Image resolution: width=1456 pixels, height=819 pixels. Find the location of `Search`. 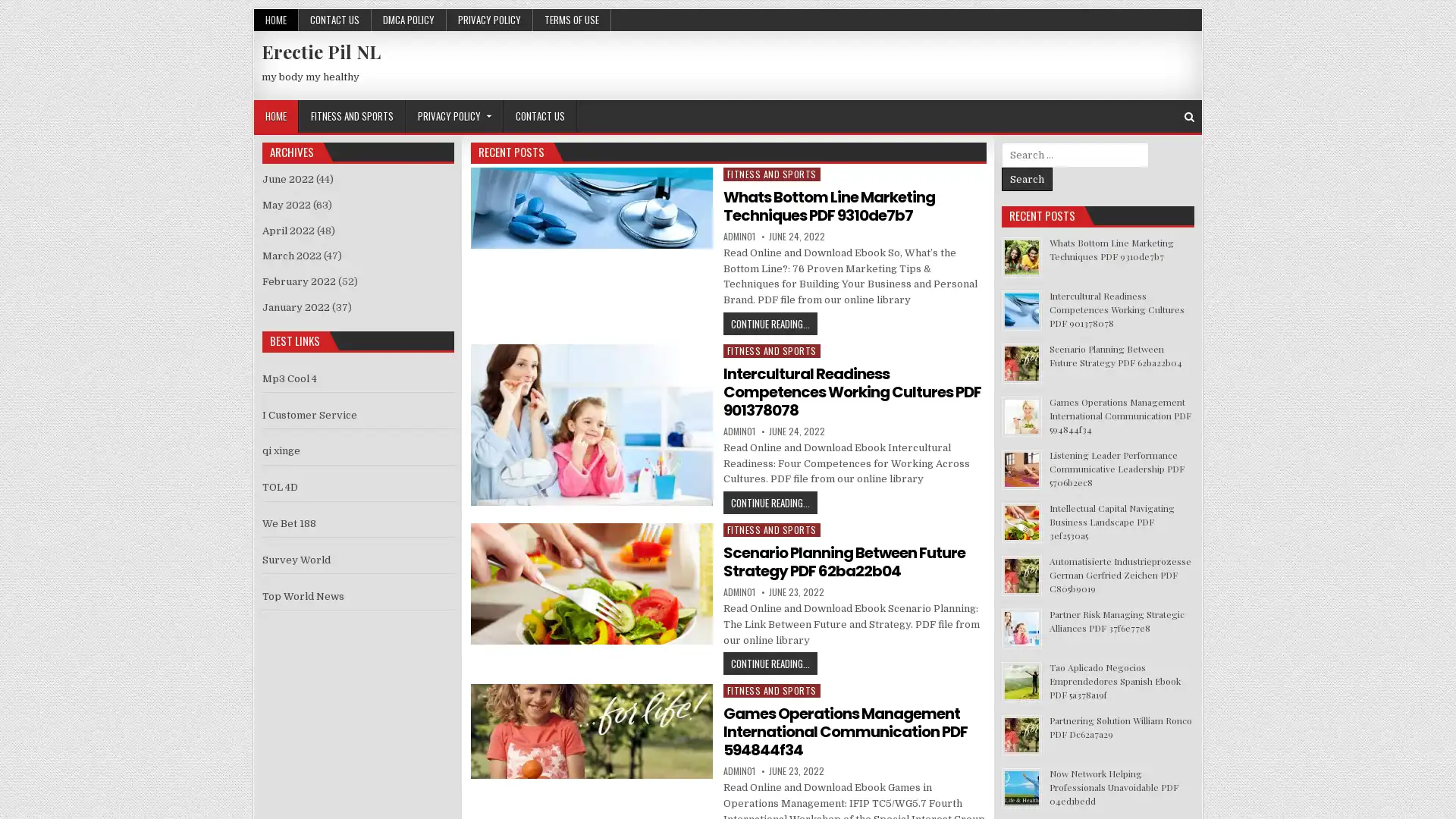

Search is located at coordinates (1027, 178).